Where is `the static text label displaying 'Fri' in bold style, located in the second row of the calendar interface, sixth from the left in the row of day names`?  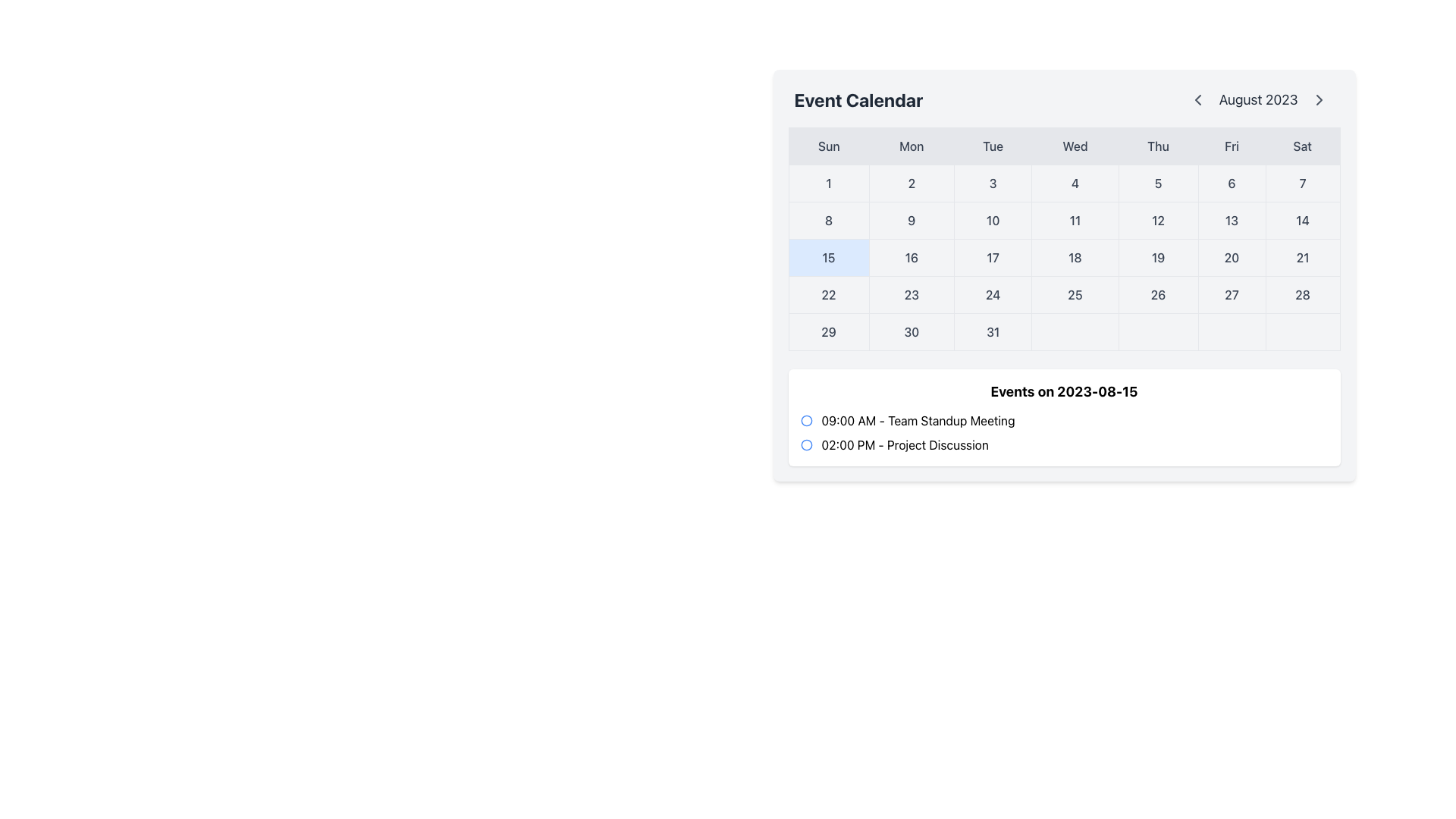 the static text label displaying 'Fri' in bold style, located in the second row of the calendar interface, sixth from the left in the row of day names is located at coordinates (1232, 146).